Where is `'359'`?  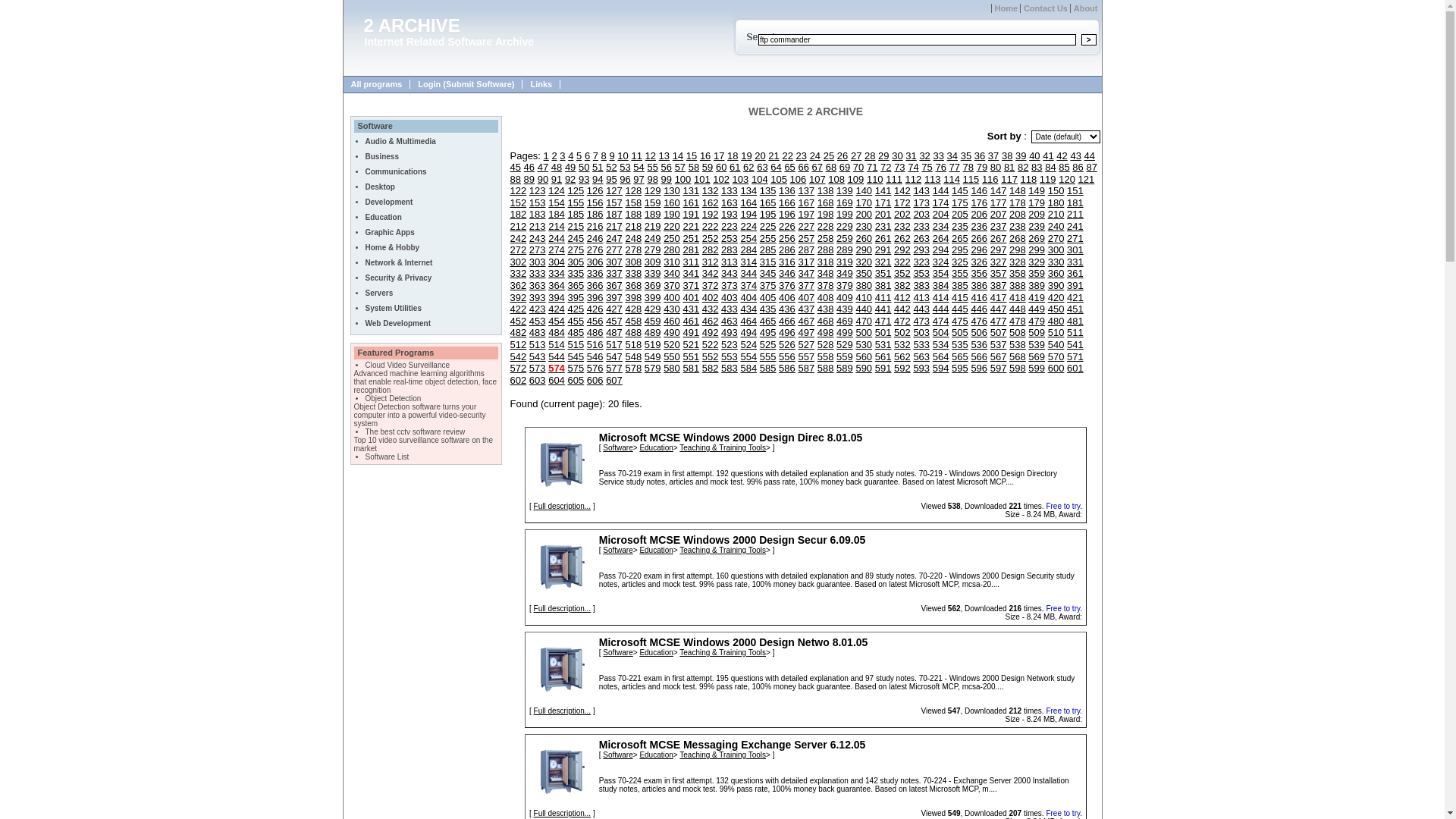 '359' is located at coordinates (1036, 273).